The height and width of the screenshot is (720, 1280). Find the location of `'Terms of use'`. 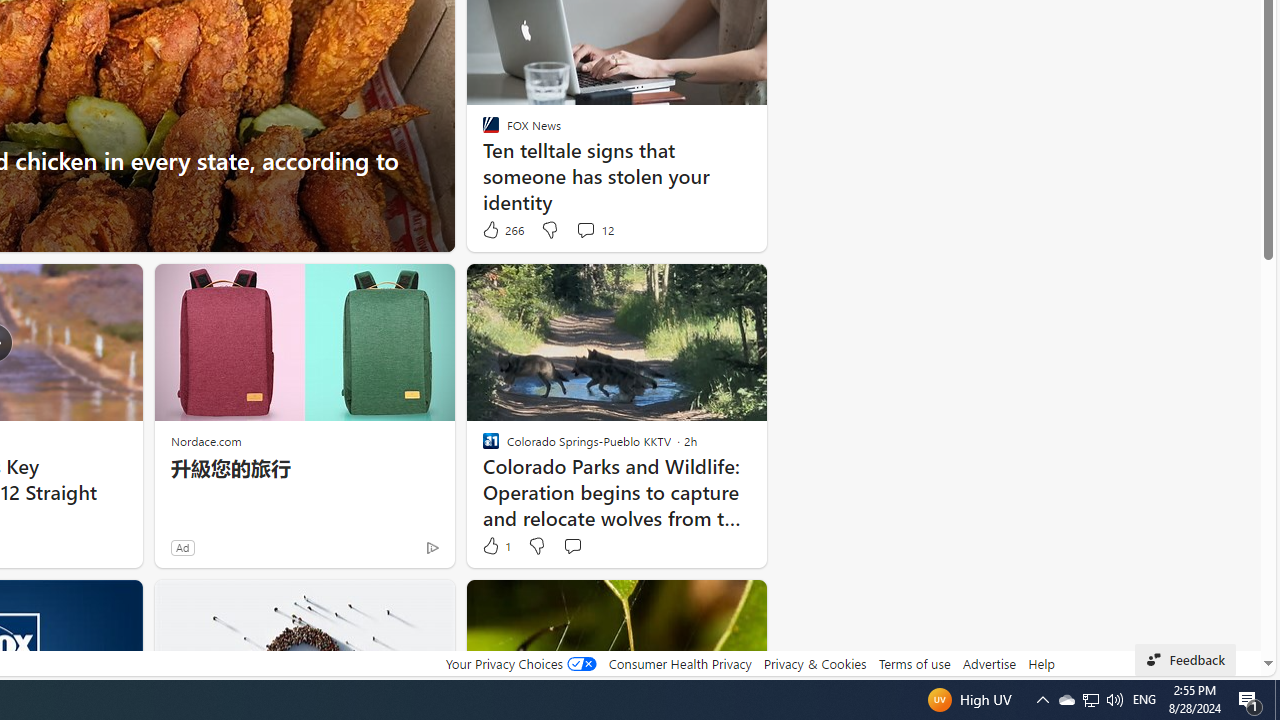

'Terms of use' is located at coordinates (913, 663).